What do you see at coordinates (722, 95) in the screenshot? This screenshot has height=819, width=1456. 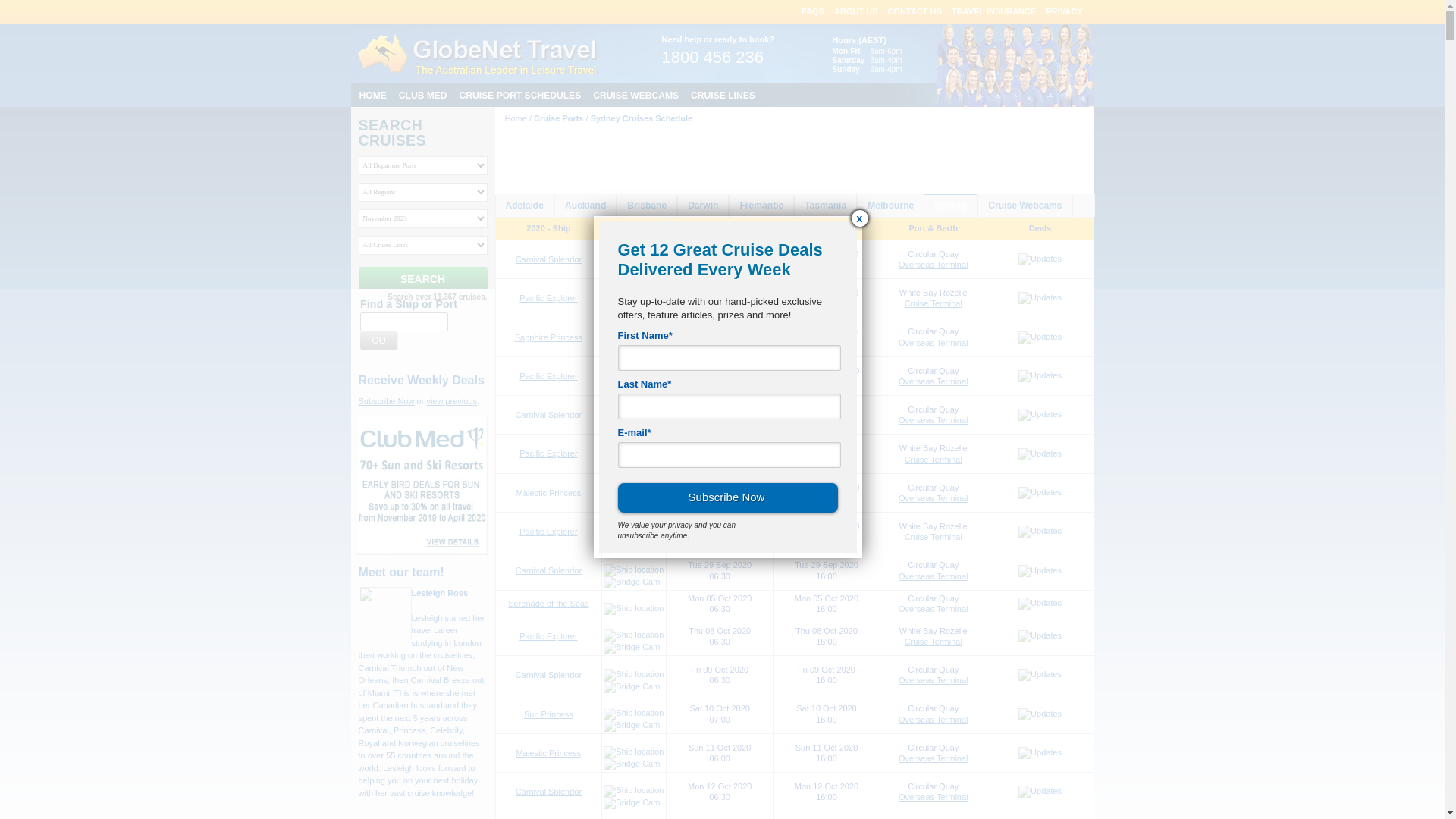 I see `'CRUISE LINES'` at bounding box center [722, 95].